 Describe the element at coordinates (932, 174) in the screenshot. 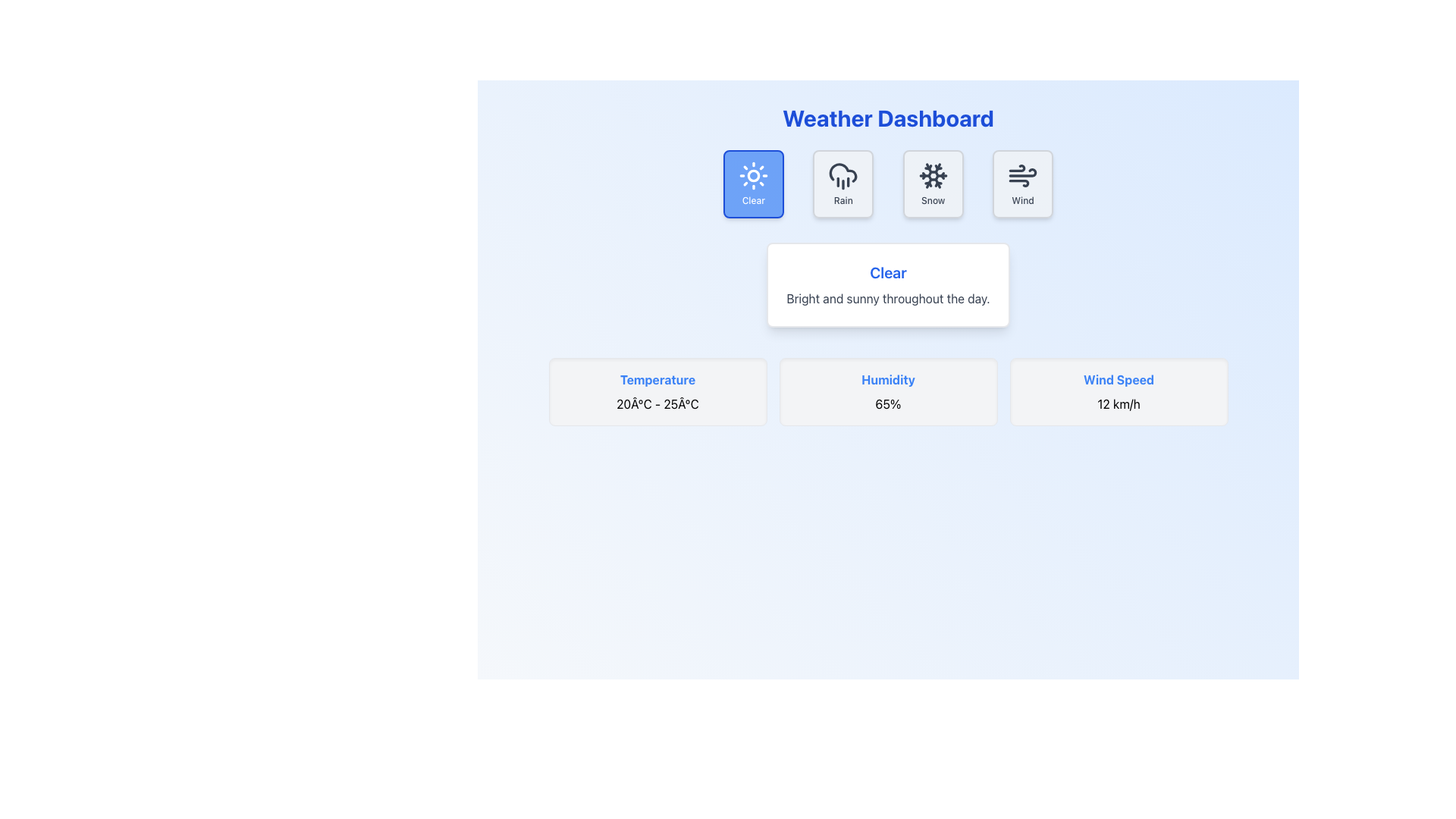

I see `the snowflake-shaped icon located in the third card labeled 'Snow'` at that location.